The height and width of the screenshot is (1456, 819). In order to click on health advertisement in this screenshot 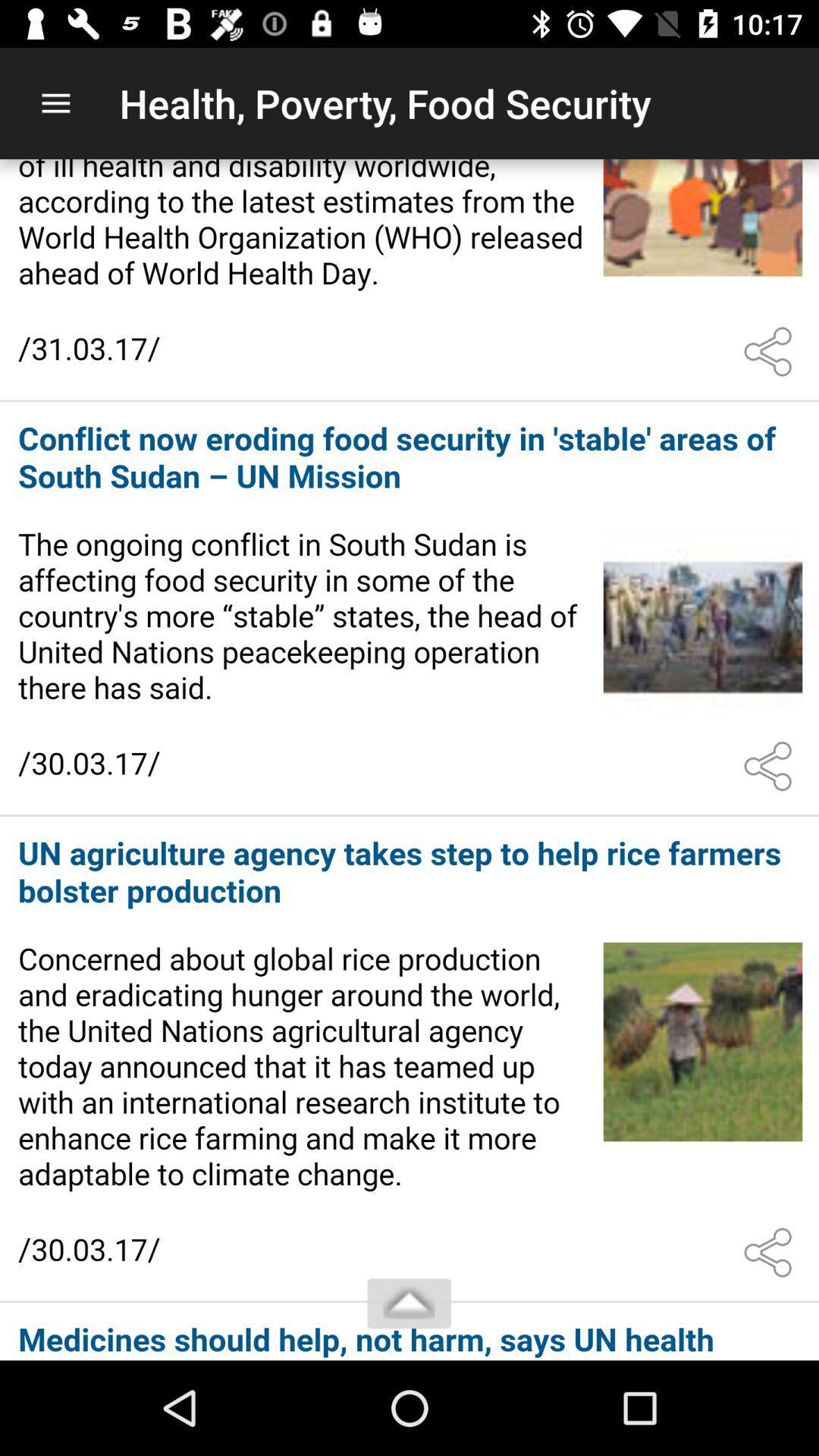, I will do `click(409, 279)`.